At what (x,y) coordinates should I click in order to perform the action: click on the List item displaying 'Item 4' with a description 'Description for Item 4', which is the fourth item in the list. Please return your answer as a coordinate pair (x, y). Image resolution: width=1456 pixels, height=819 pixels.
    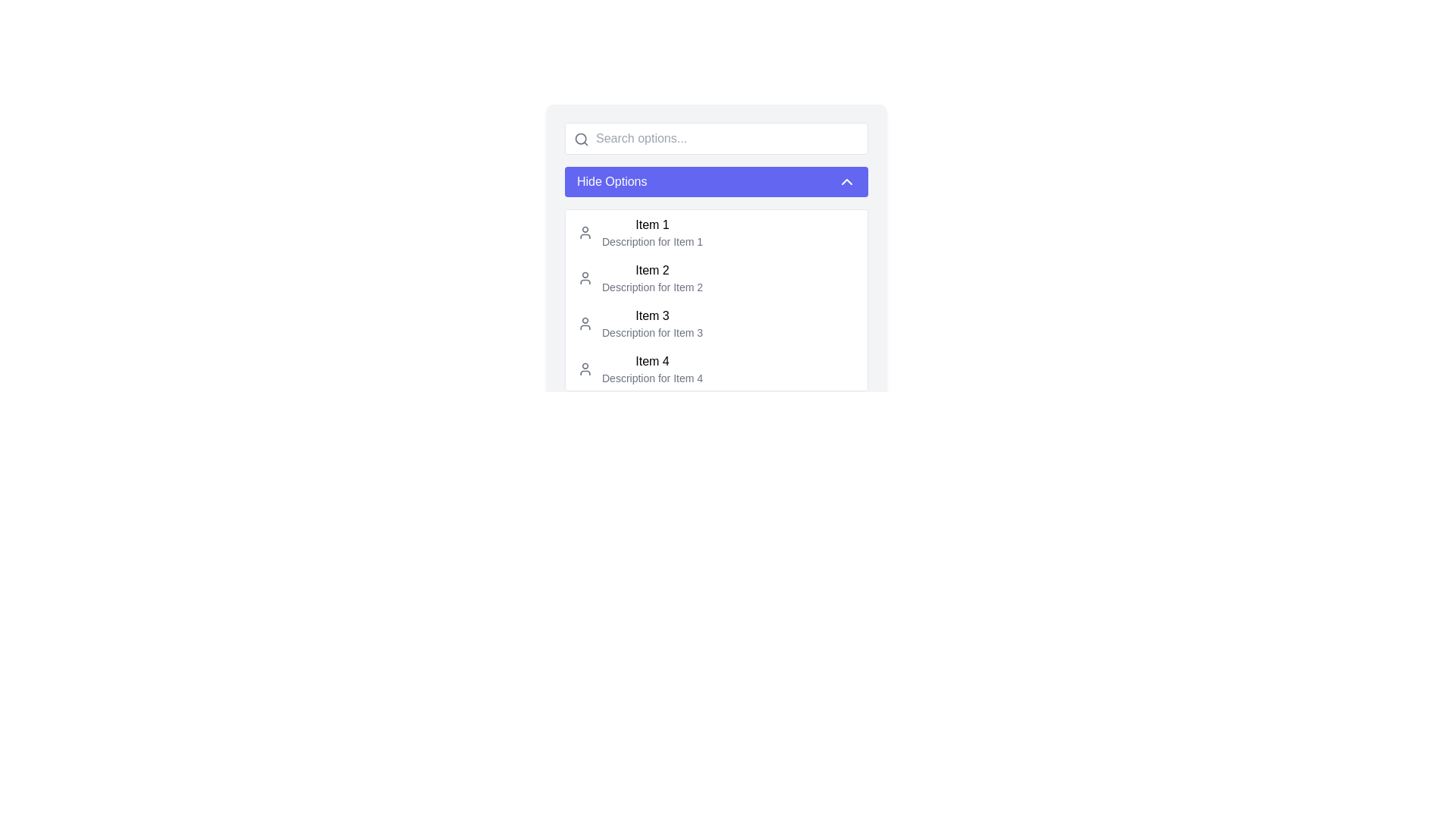
    Looking at the image, I should click on (652, 369).